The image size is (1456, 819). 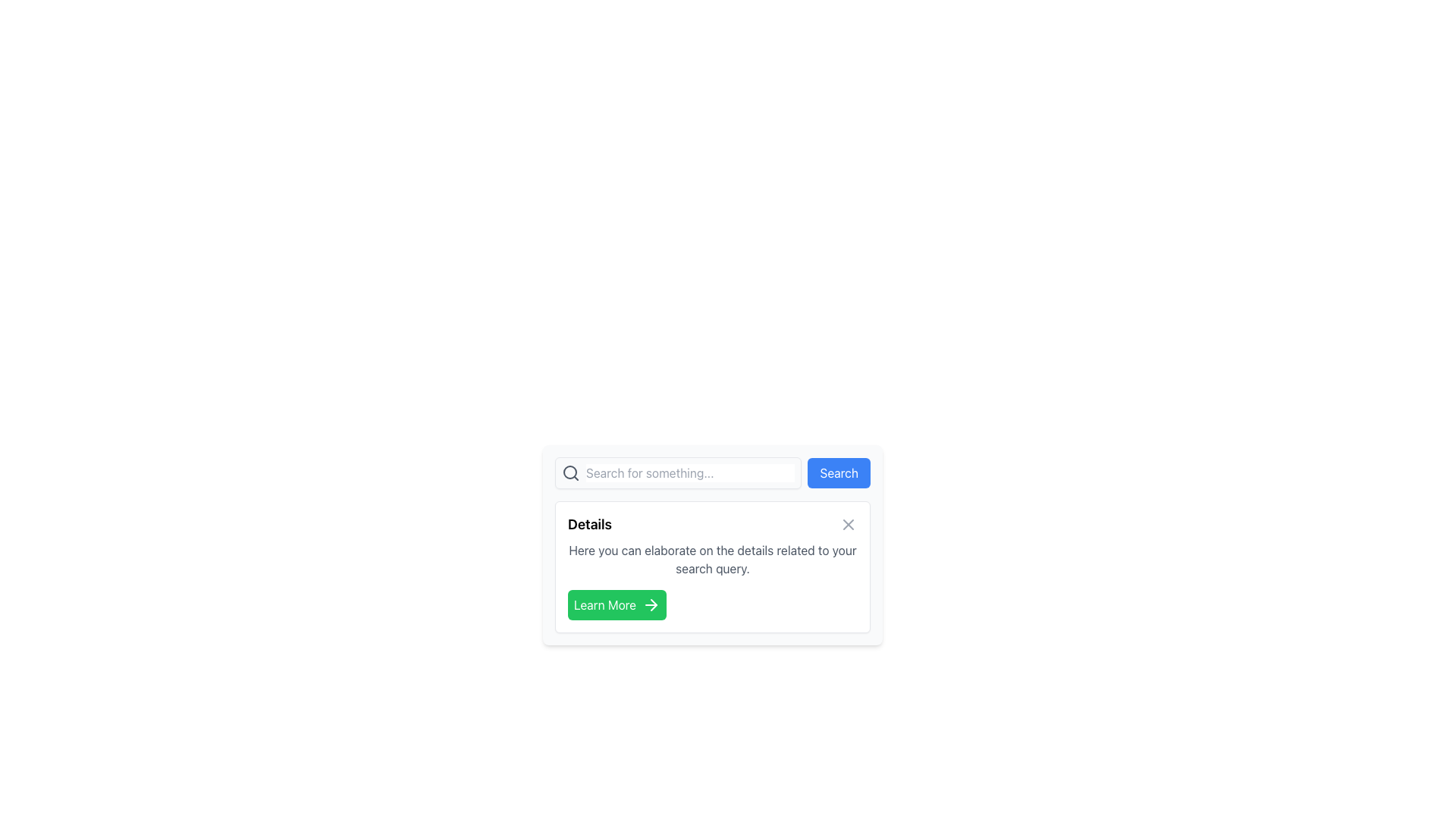 What do you see at coordinates (689, 472) in the screenshot?
I see `the text input field in the search bar component to observe any tooltip` at bounding box center [689, 472].